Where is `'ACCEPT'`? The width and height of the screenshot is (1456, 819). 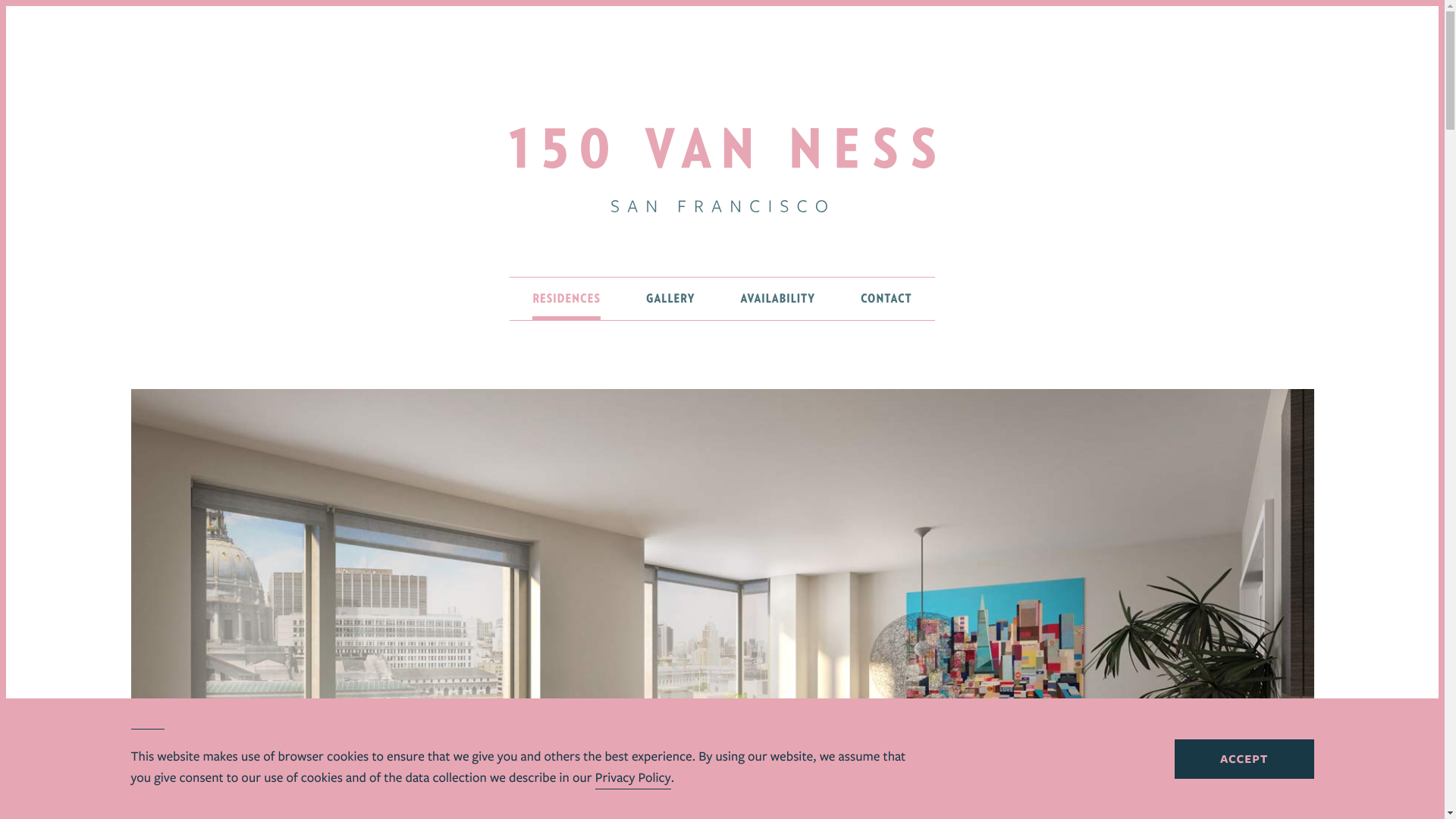
'ACCEPT' is located at coordinates (1244, 759).